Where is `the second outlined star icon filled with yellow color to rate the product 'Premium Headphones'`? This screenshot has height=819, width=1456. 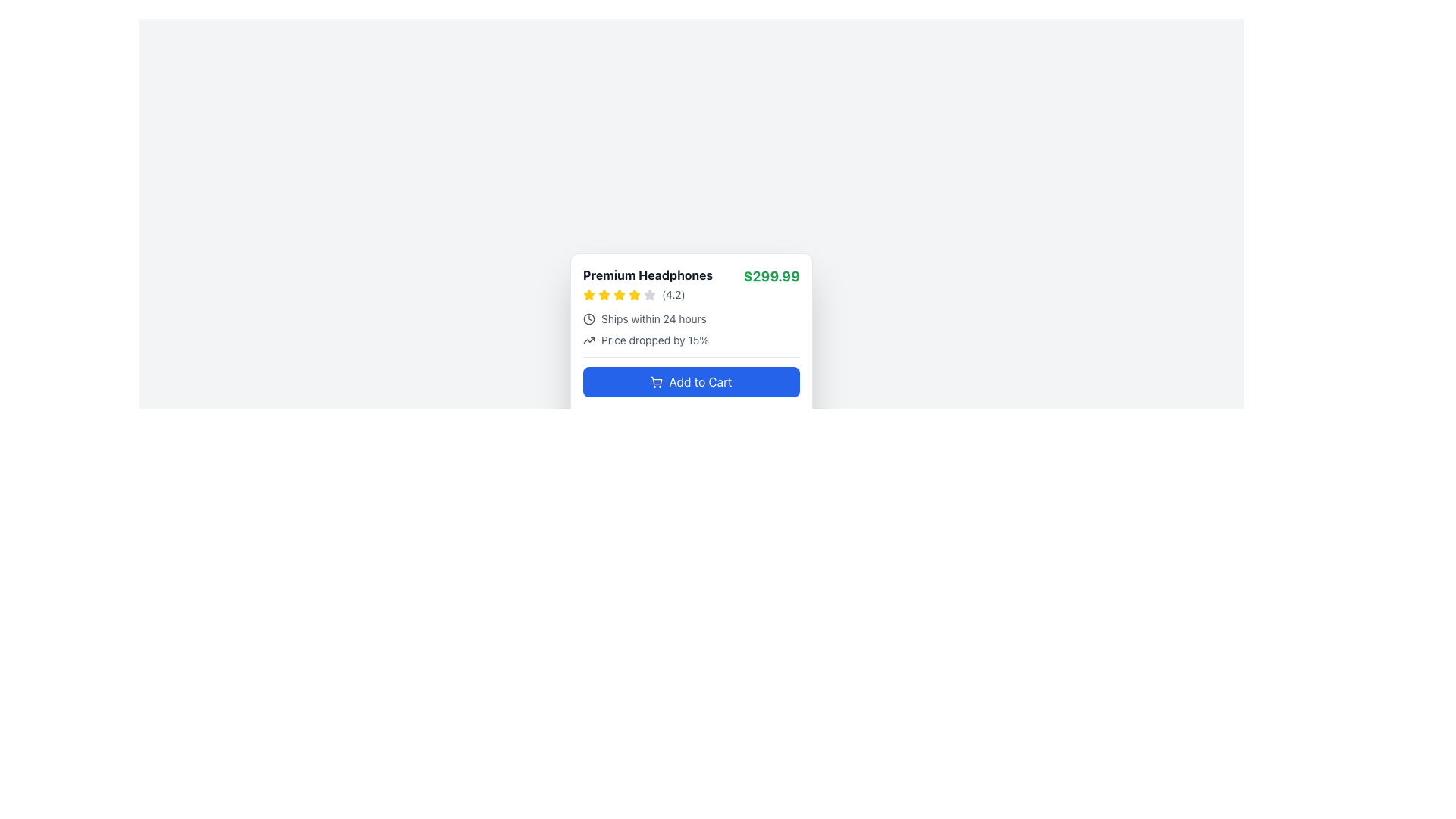 the second outlined star icon filled with yellow color to rate the product 'Premium Headphones' is located at coordinates (634, 294).